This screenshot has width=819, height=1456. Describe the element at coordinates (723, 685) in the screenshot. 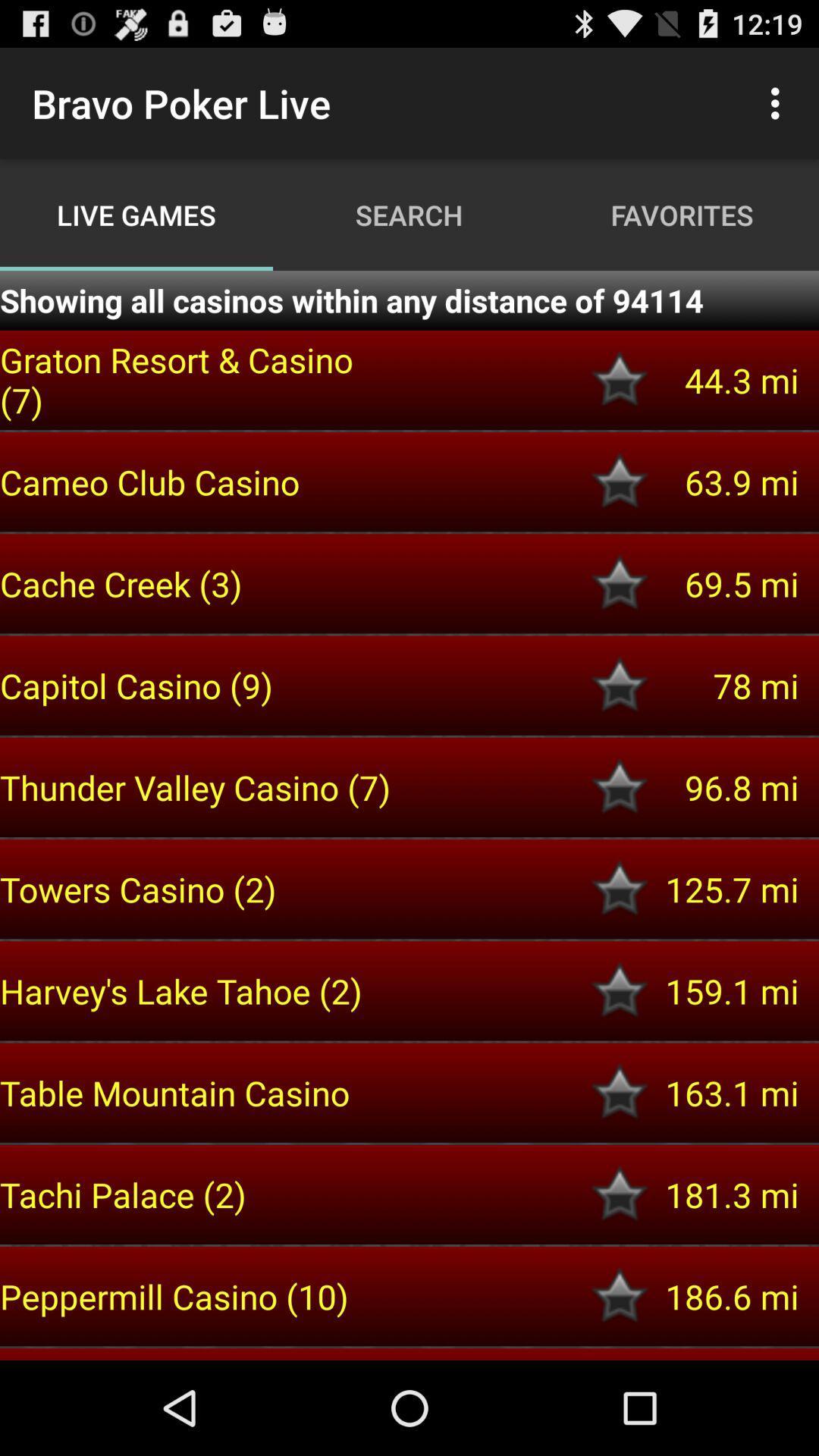

I see `the 78 mi app` at that location.